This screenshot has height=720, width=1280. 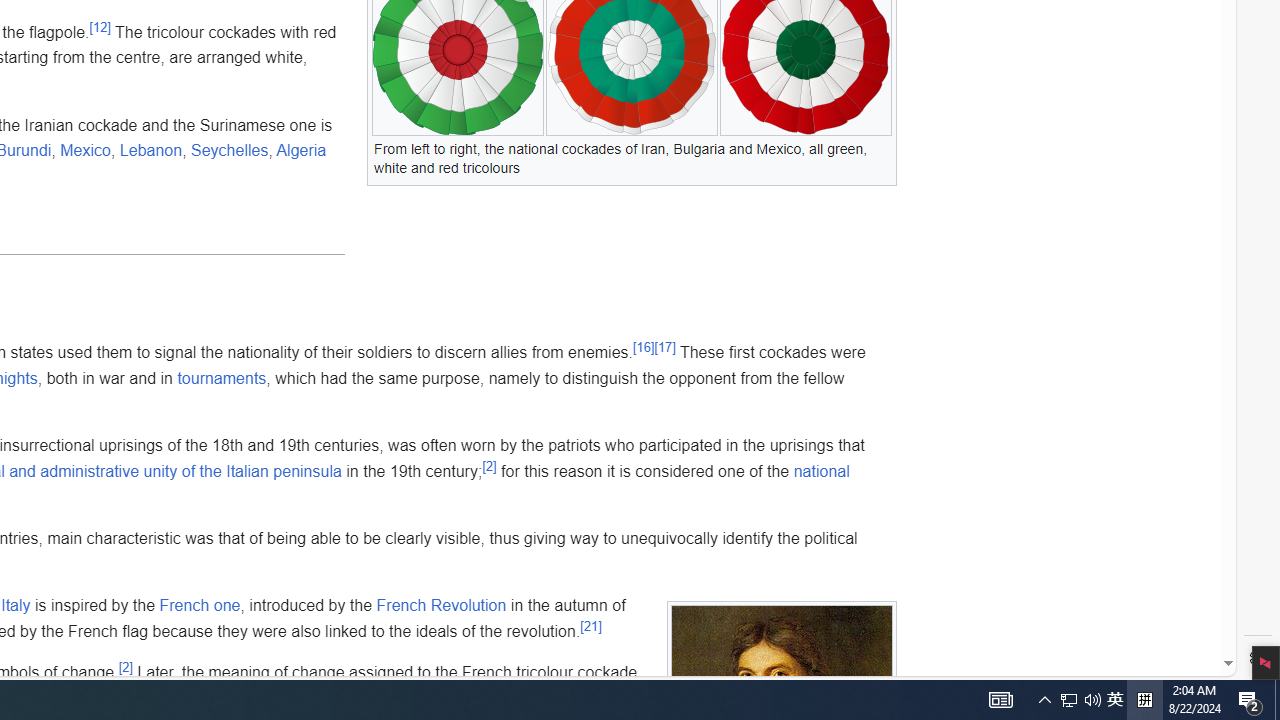 I want to click on 'Lebanon', so click(x=150, y=149).